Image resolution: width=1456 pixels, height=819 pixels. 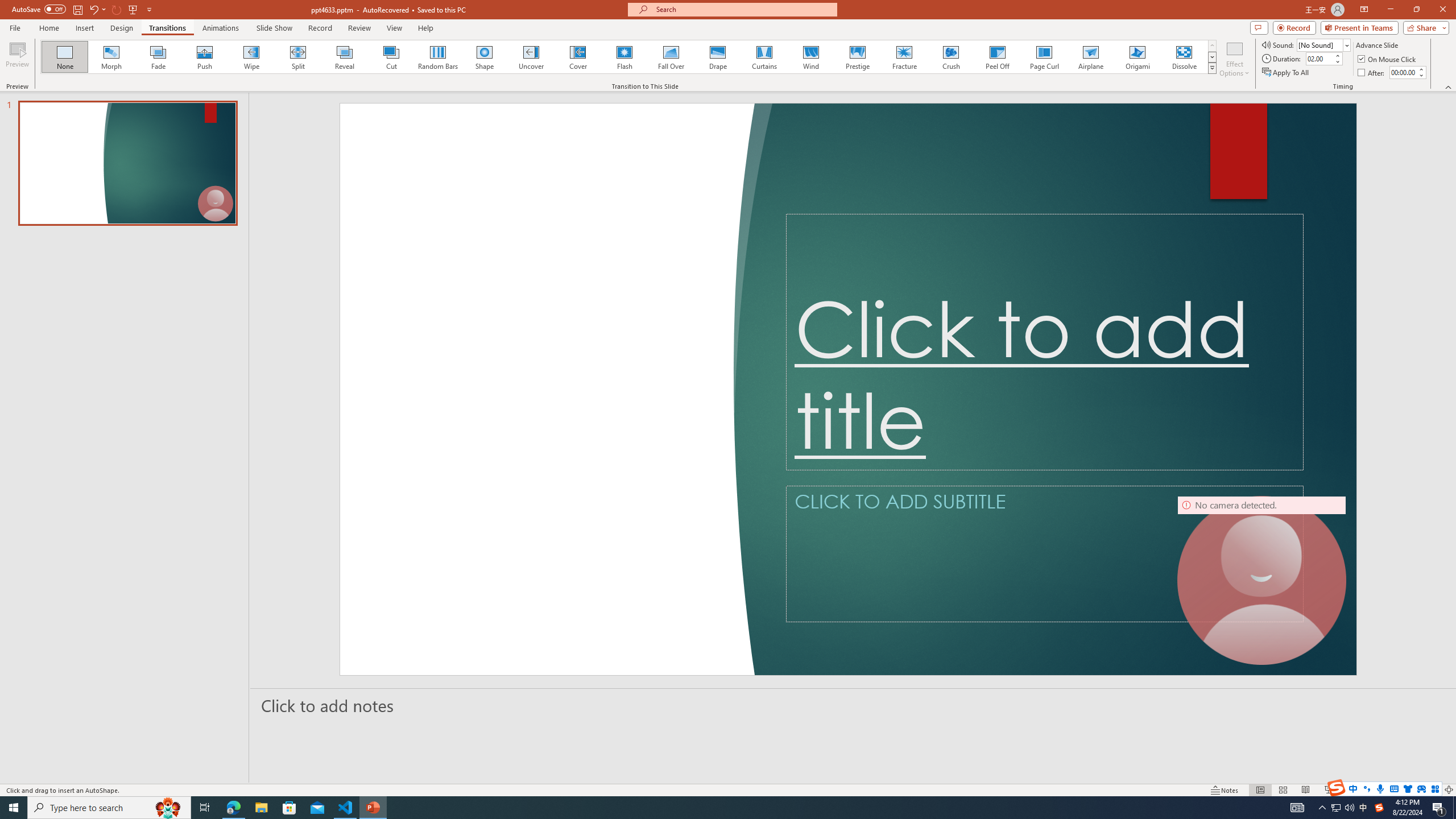 What do you see at coordinates (1090, 56) in the screenshot?
I see `'Airplane'` at bounding box center [1090, 56].